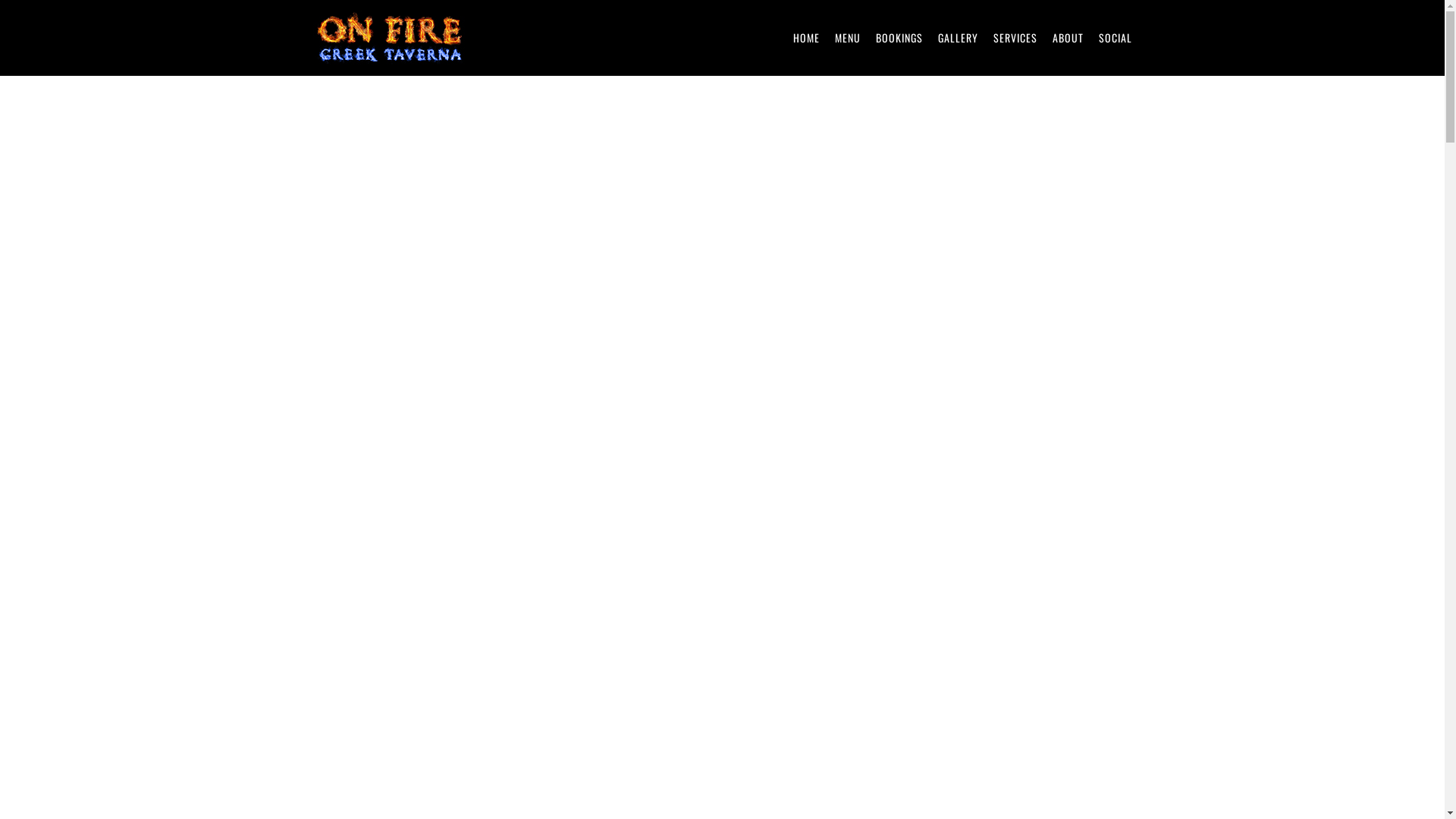 The height and width of the screenshot is (819, 1456). Describe the element at coordinates (1051, 37) in the screenshot. I see `'ABOUT'` at that location.